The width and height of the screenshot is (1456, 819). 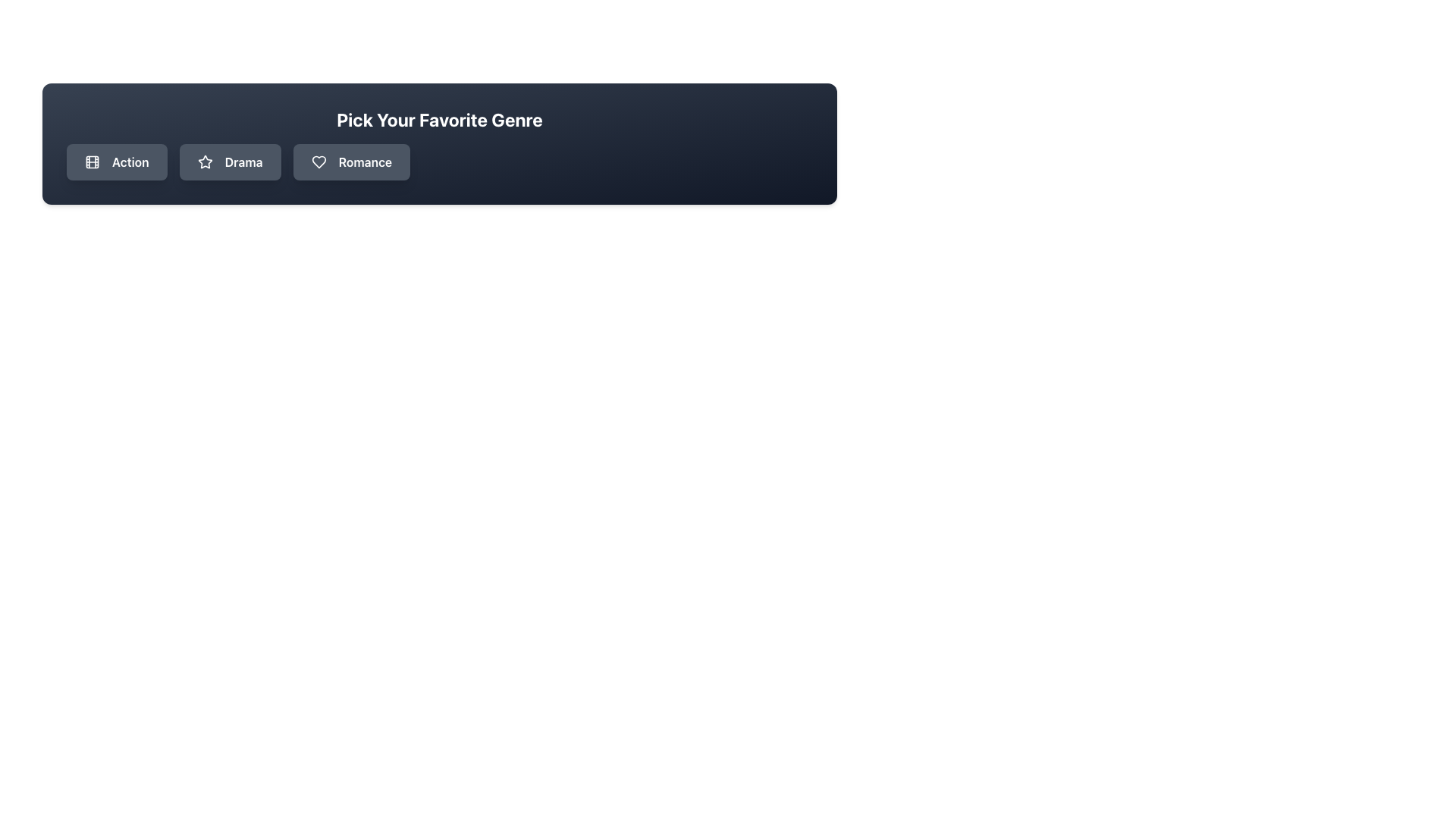 I want to click on the first button labeled 'Action' in the 'Pick Your Favorite Genre' grouping, so click(x=115, y=162).